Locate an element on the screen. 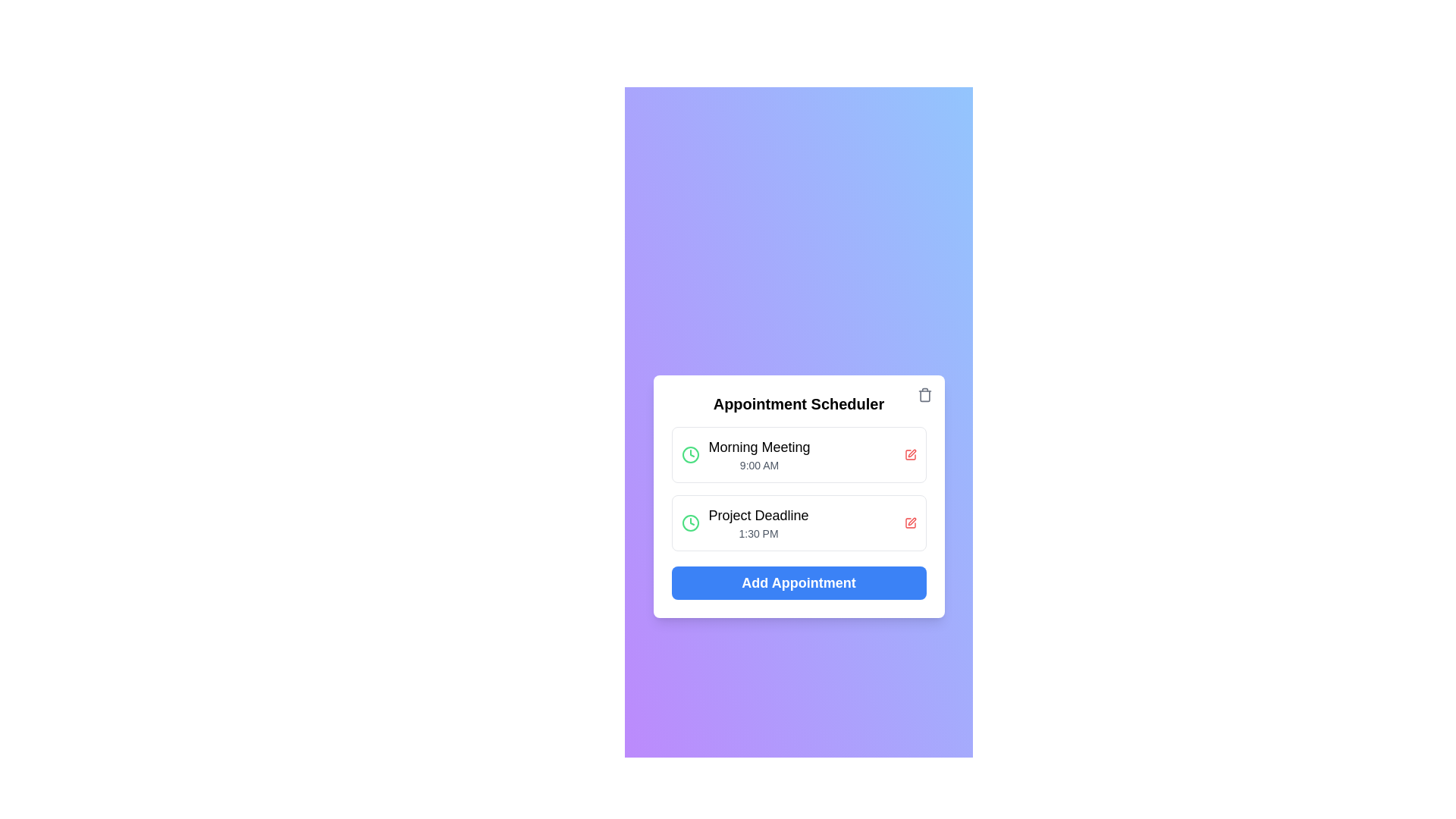 The height and width of the screenshot is (819, 1456). text label that serves as the header for the appointment item located in the second list item of the 'Appointment Scheduler' interface, positioned above the time indicator '1:30 PM' is located at coordinates (758, 514).